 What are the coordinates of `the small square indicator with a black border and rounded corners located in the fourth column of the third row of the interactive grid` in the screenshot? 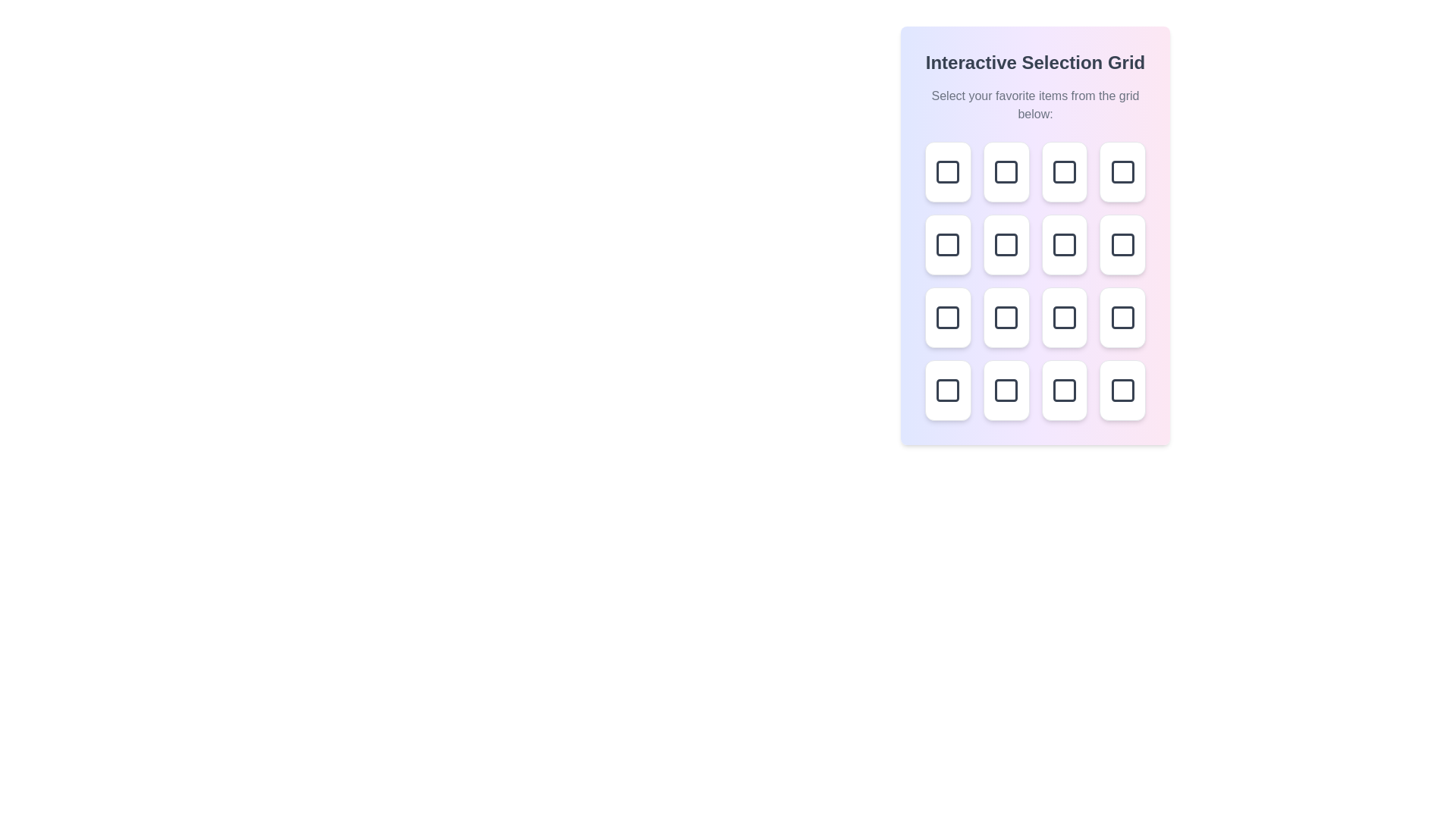 It's located at (1063, 317).